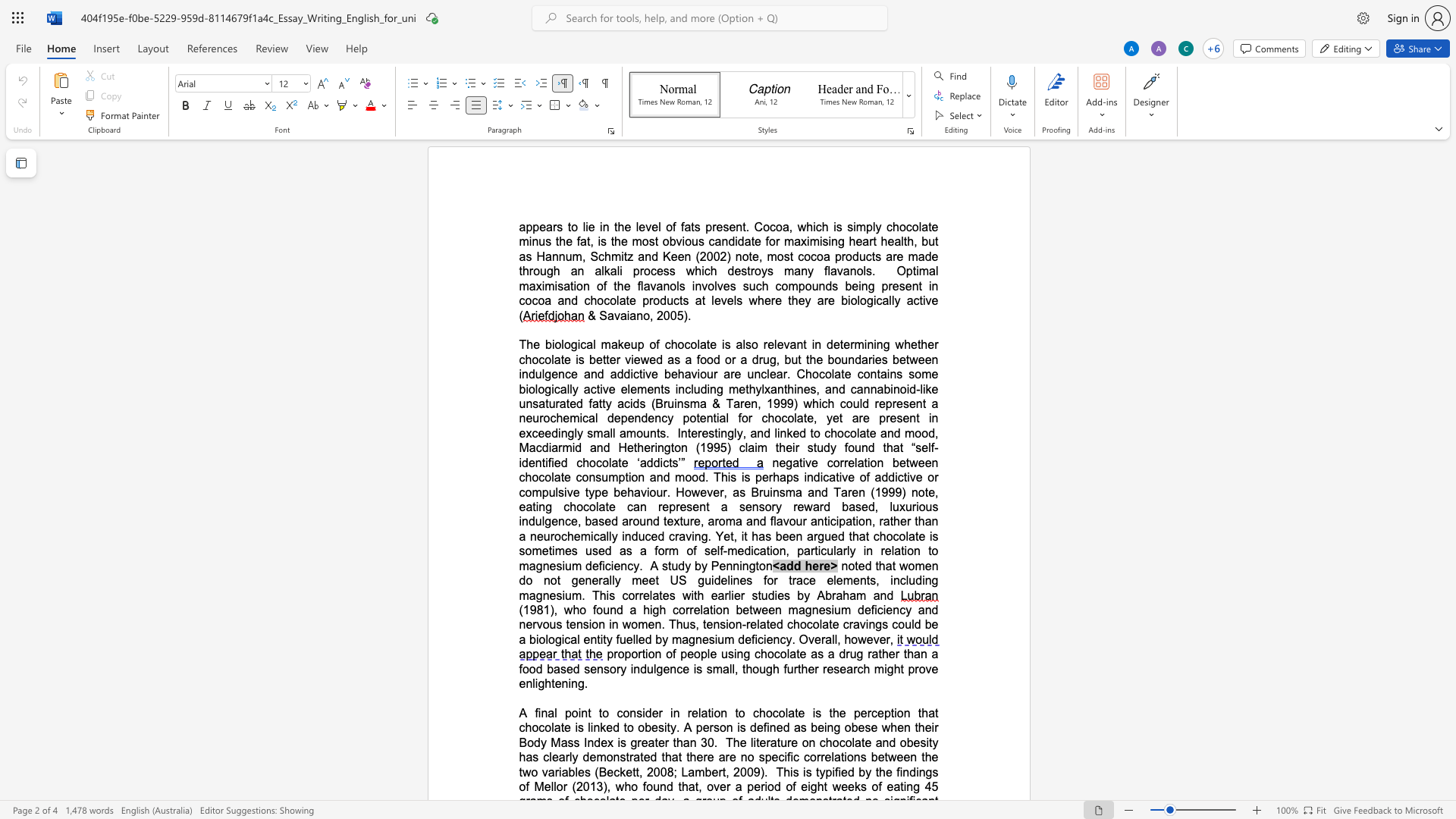 The height and width of the screenshot is (819, 1456). I want to click on the space between the continuous character "i" and "c" in the text, so click(823, 476).